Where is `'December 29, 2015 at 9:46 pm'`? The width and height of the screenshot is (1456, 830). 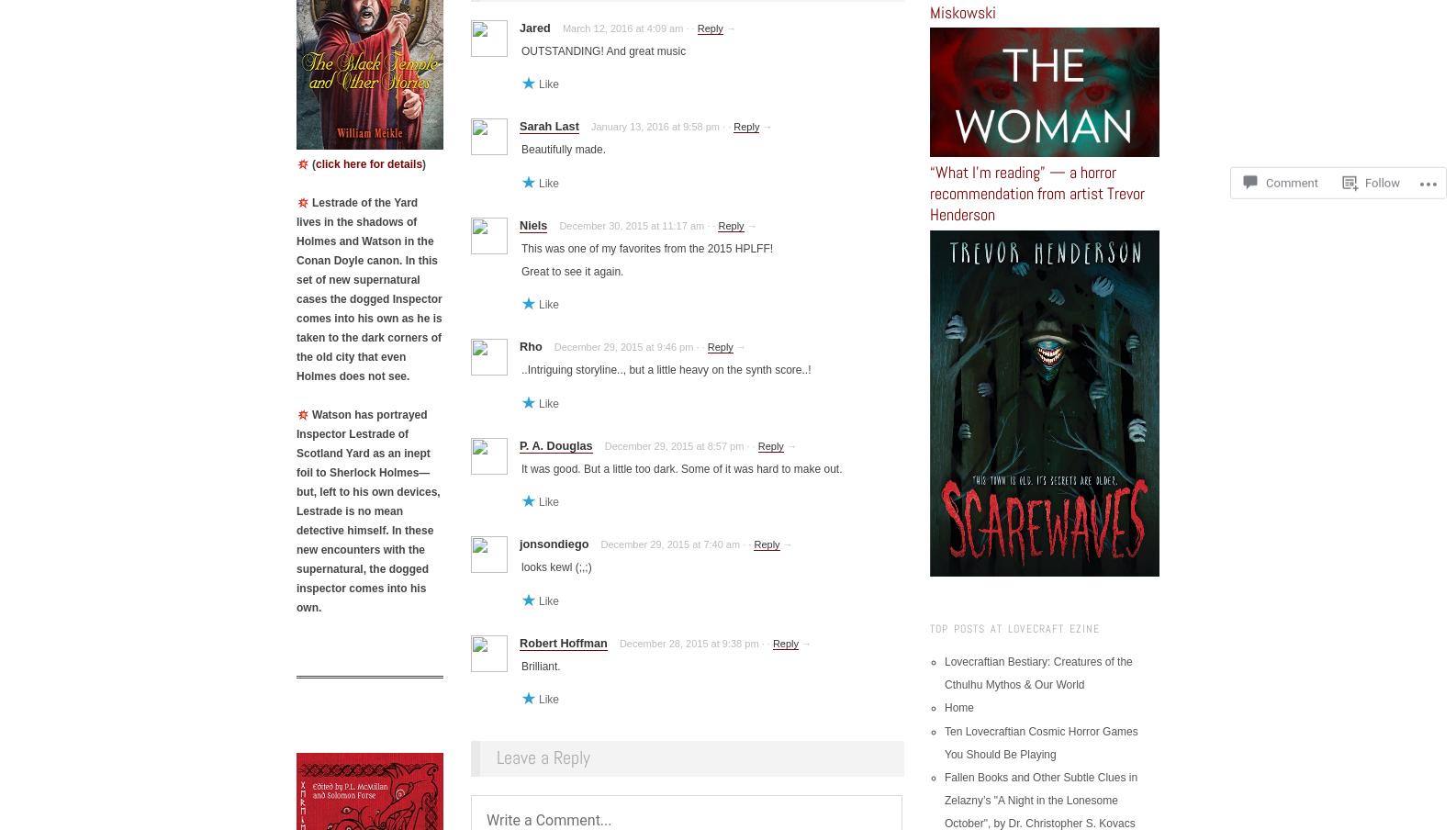
'December 29, 2015 at 9:46 pm' is located at coordinates (622, 345).